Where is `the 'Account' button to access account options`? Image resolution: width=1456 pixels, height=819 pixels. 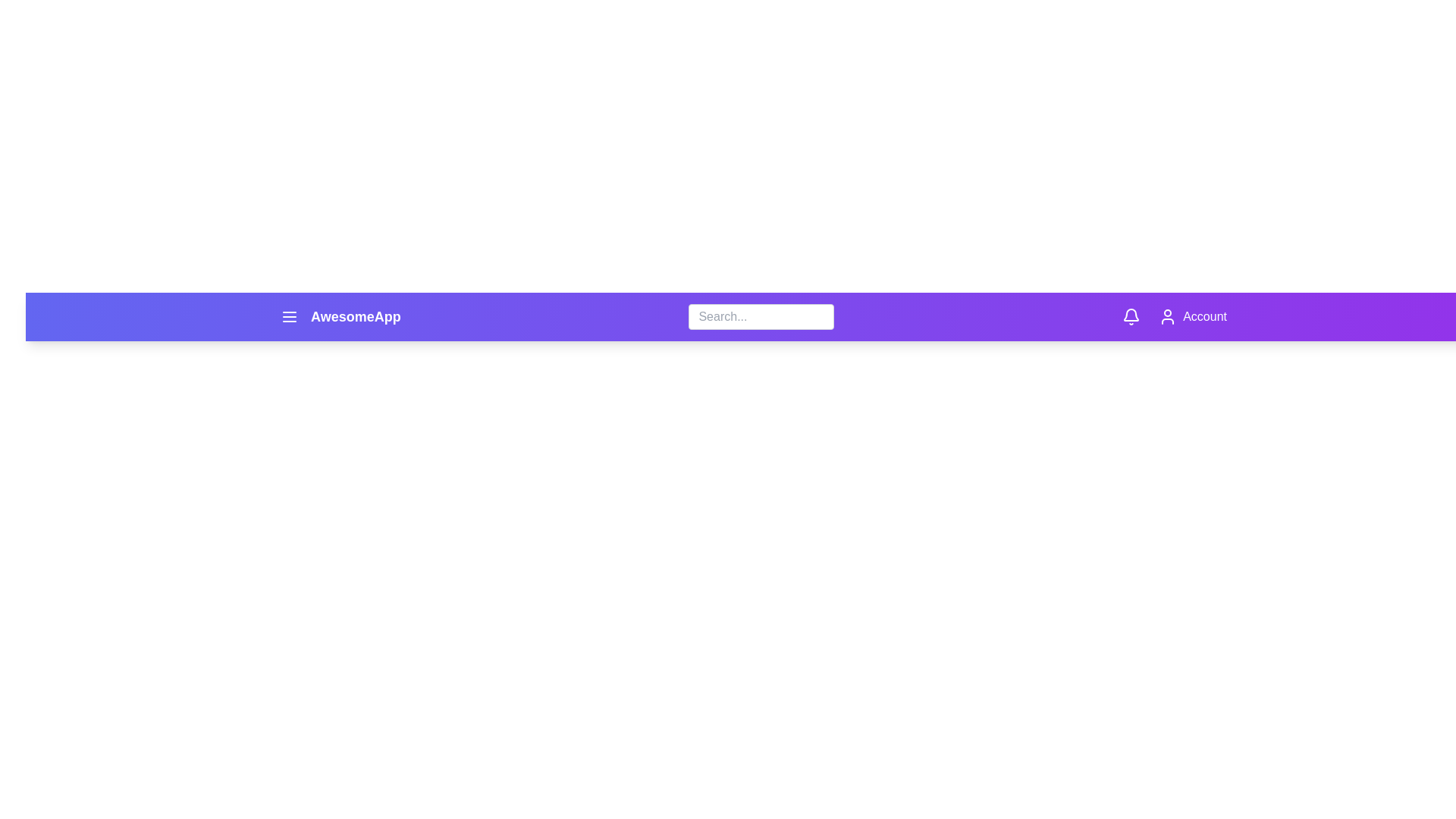
the 'Account' button to access account options is located at coordinates (1192, 315).